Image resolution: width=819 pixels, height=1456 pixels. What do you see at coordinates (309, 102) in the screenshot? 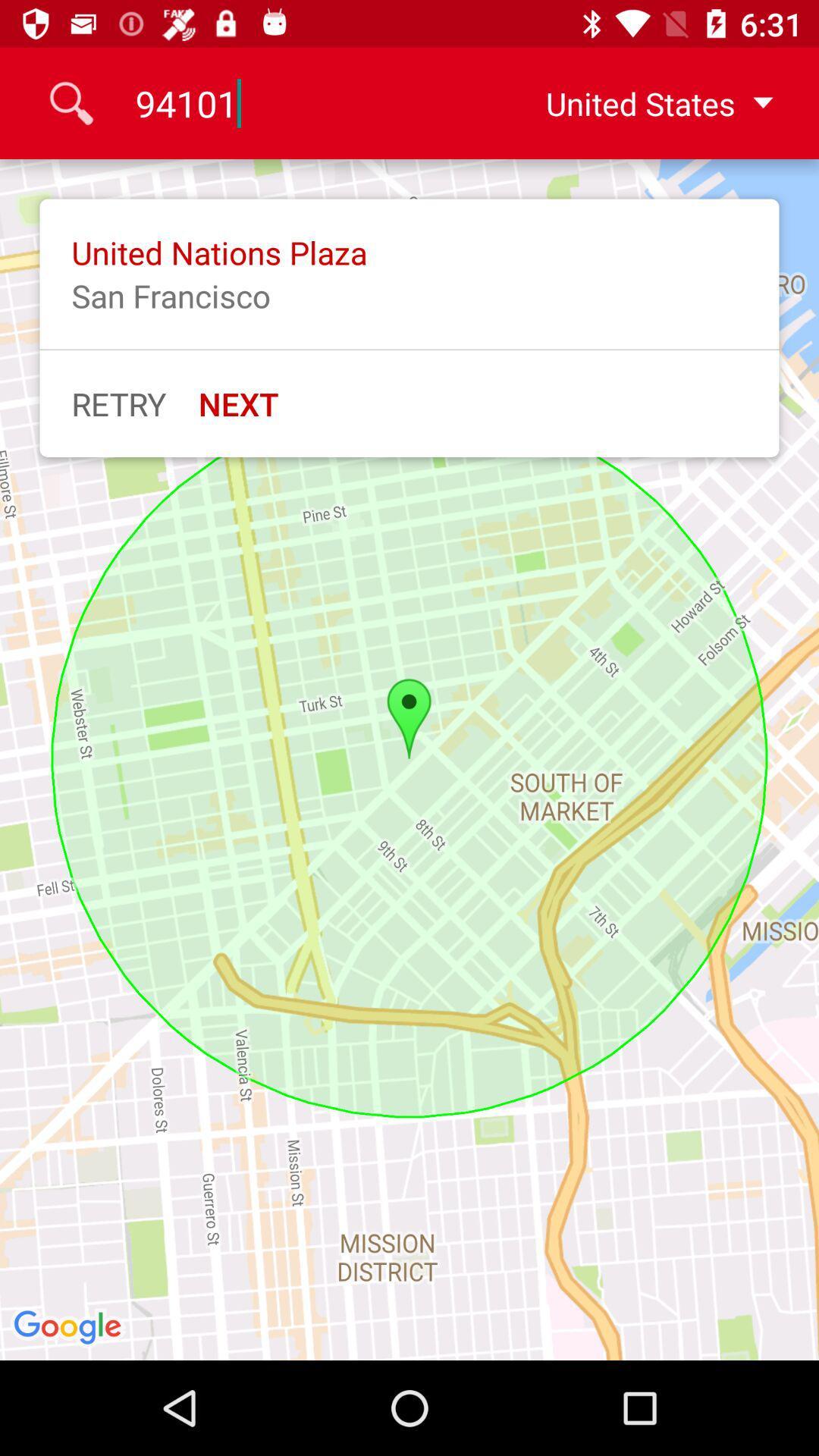
I see `the icon to the left of the united states icon` at bounding box center [309, 102].